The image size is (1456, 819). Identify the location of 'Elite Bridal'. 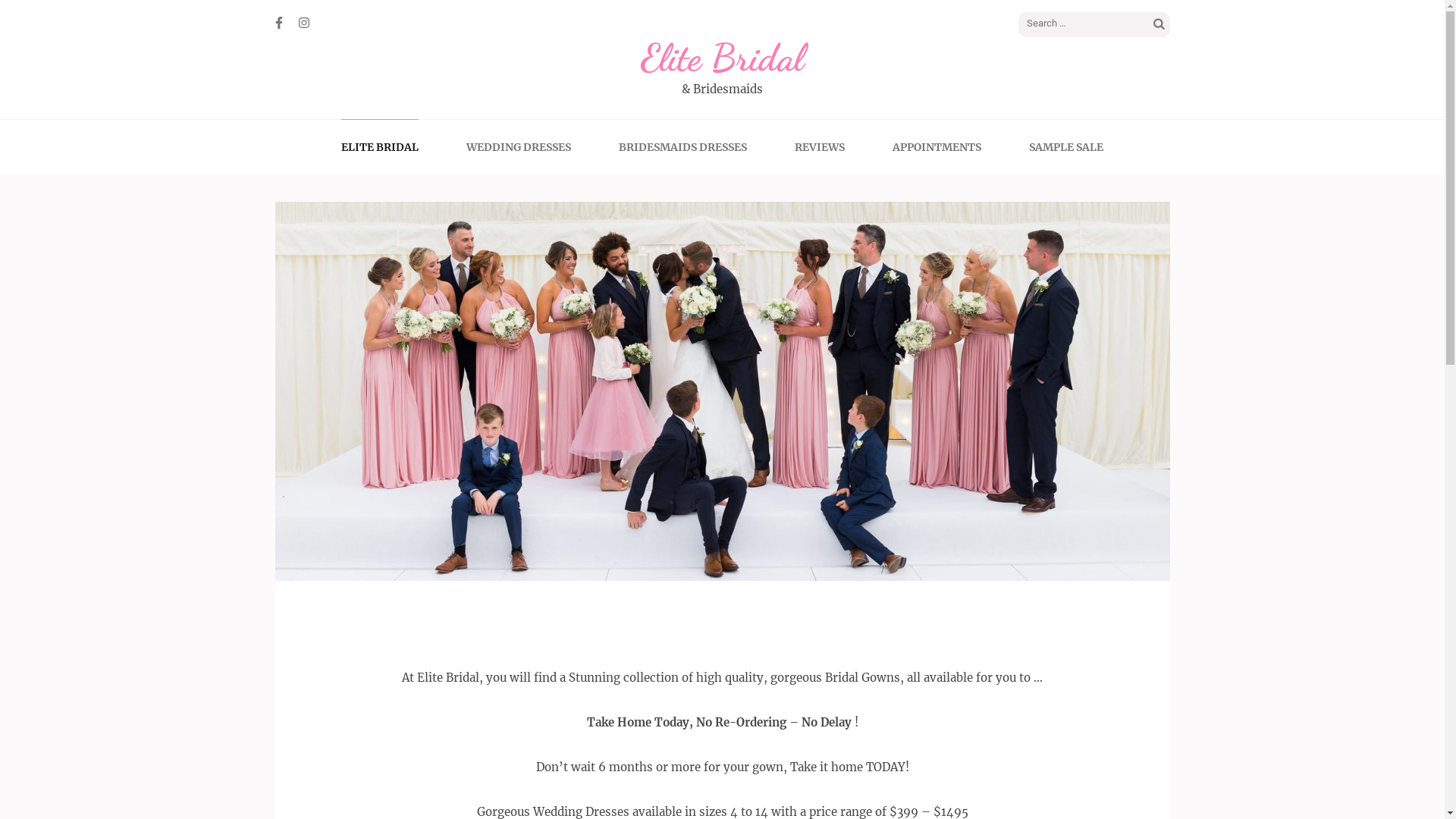
(721, 57).